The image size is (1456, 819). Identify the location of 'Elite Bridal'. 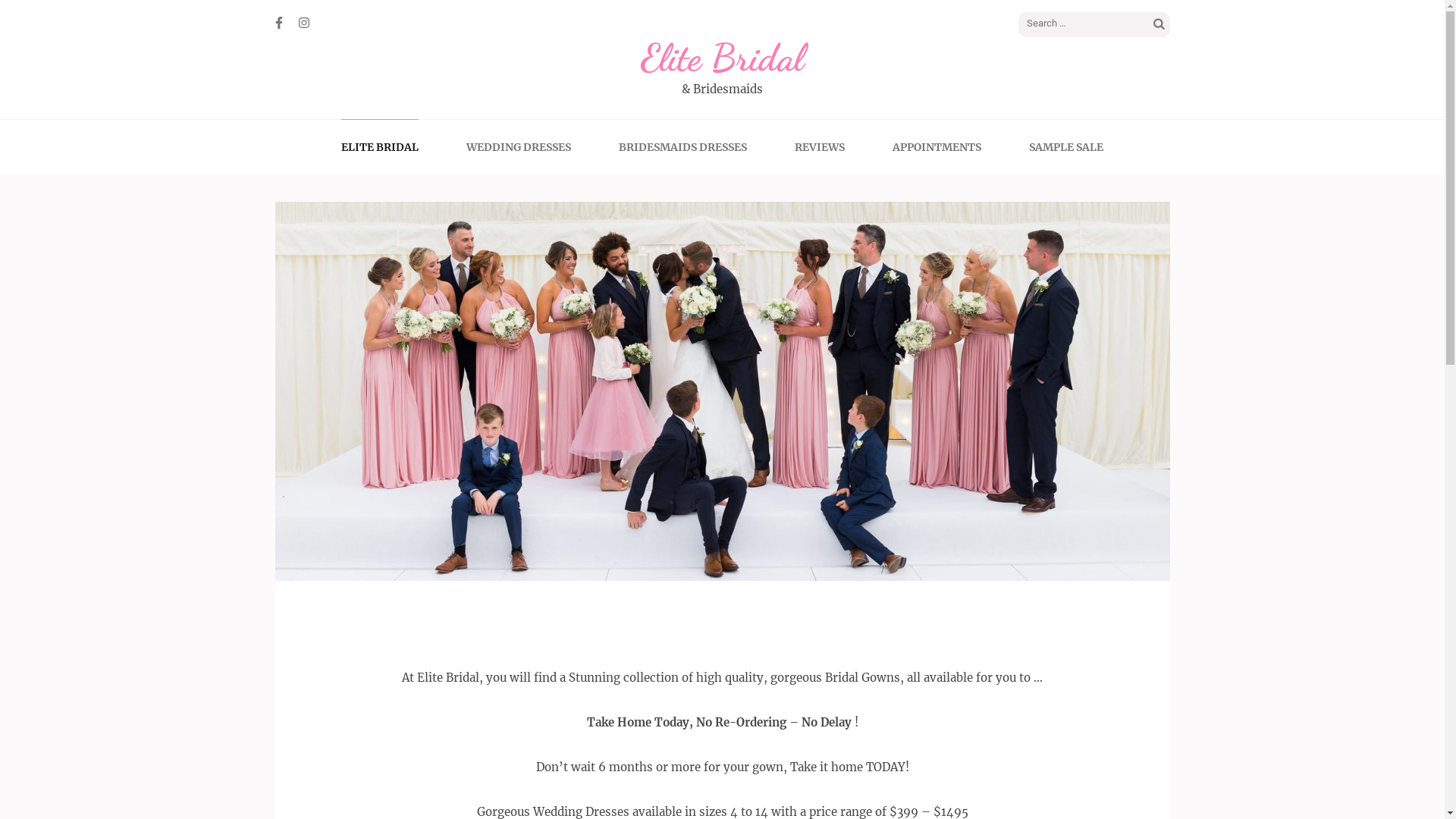
(721, 57).